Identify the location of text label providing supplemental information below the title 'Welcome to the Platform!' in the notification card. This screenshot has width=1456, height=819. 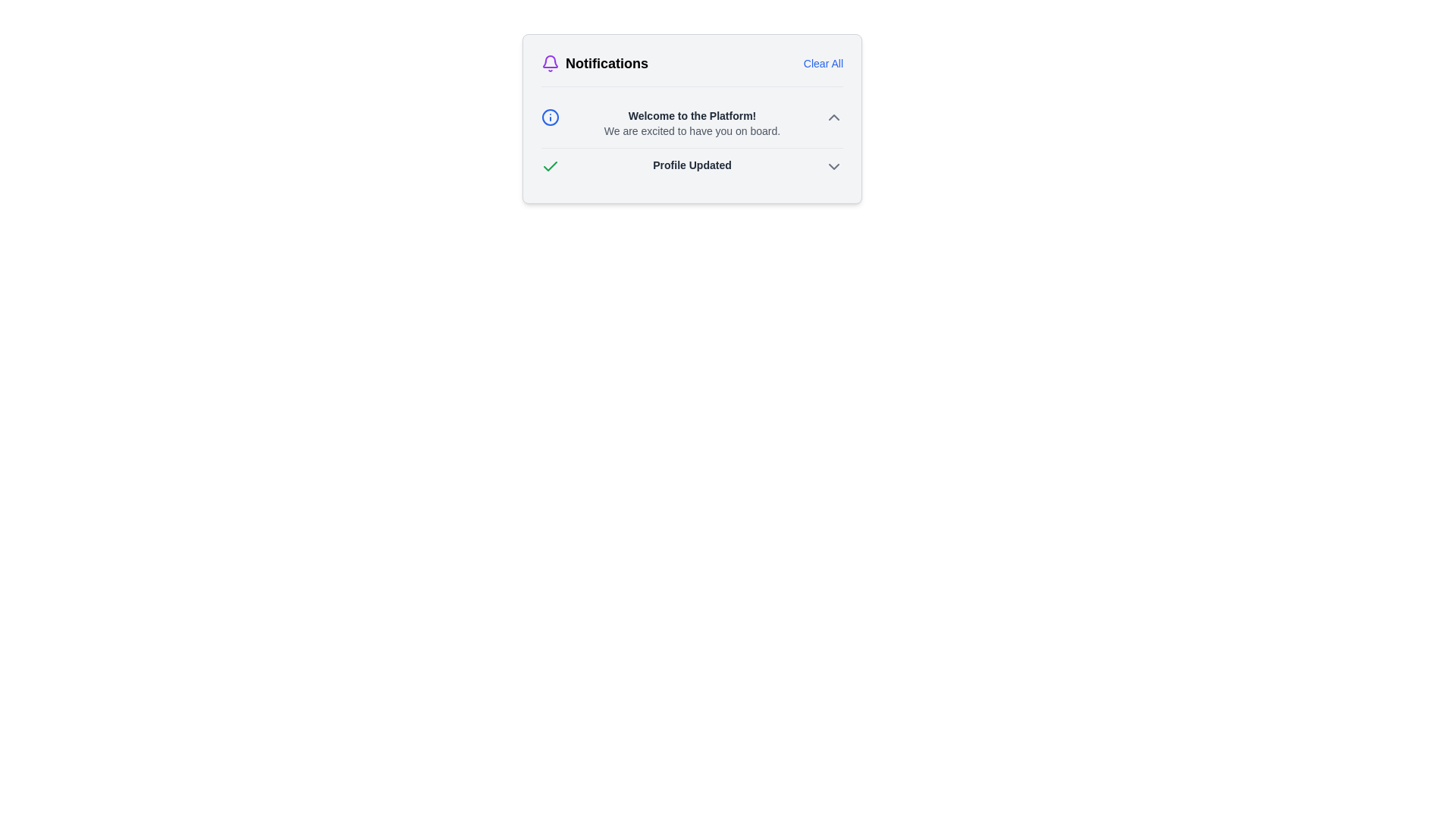
(691, 130).